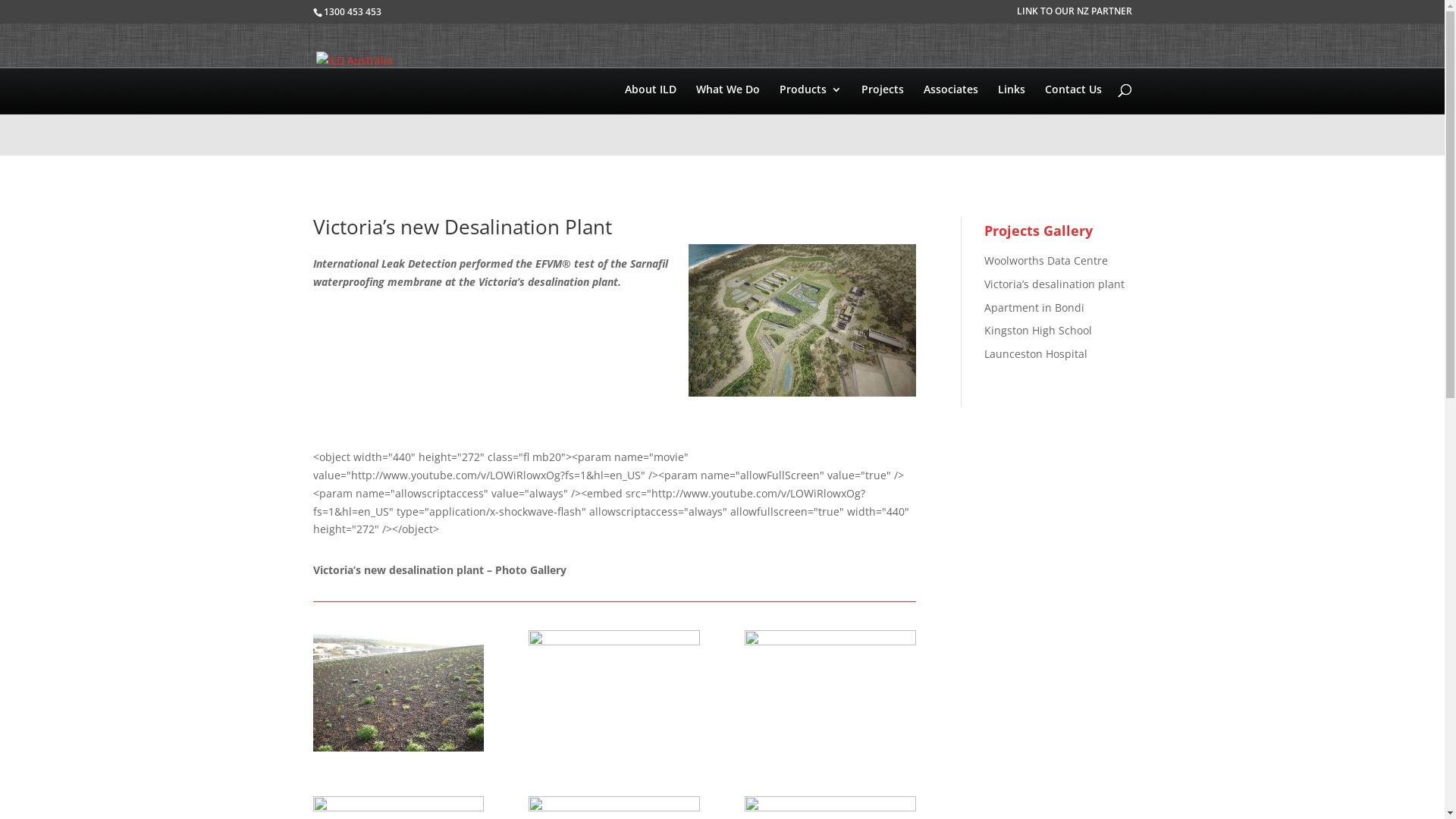  I want to click on 'desal-02', so click(829, 751).